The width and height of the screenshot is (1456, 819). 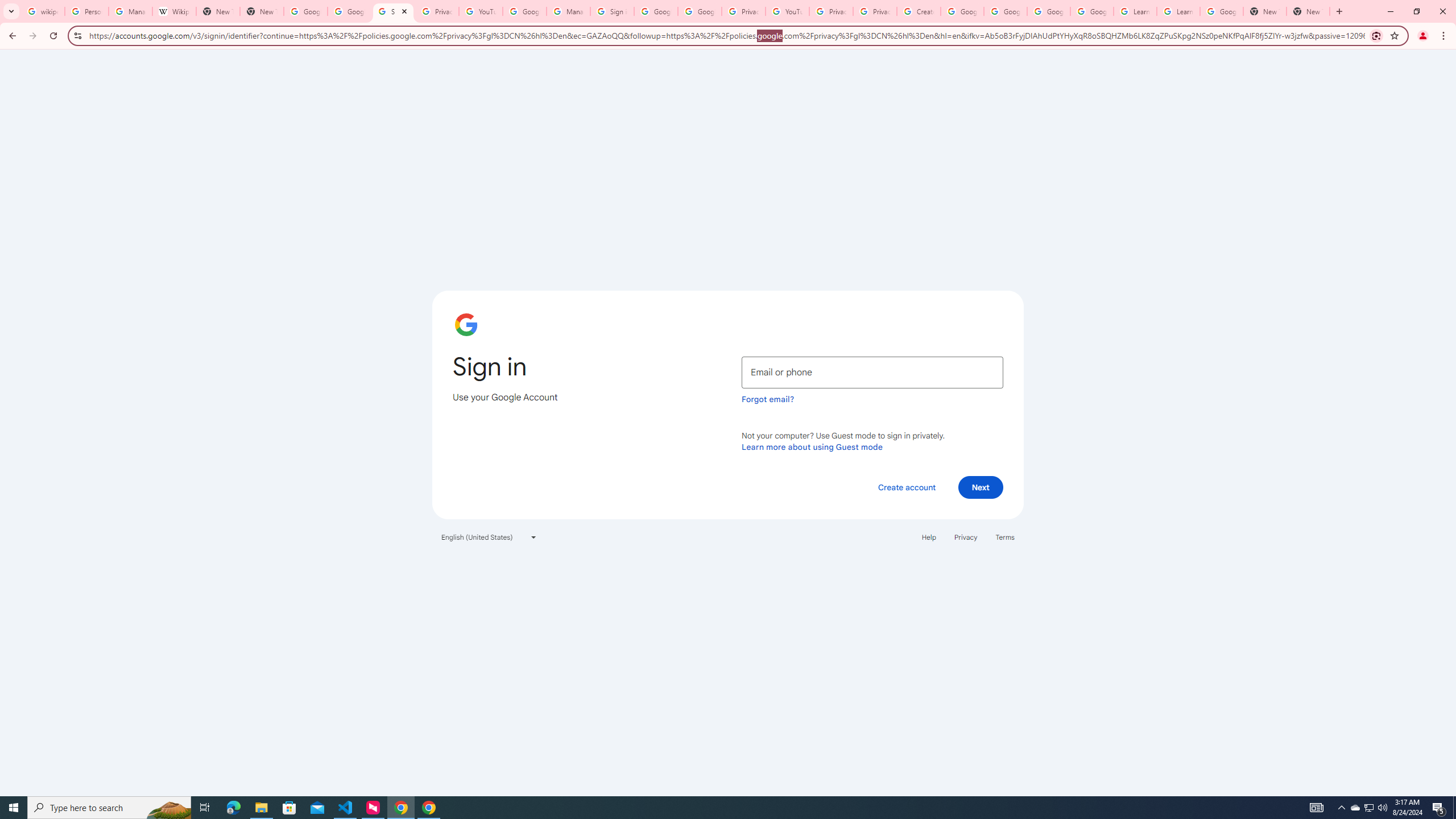 I want to click on 'Wikipedia:Edit requests - Wikipedia', so click(x=173, y=11).